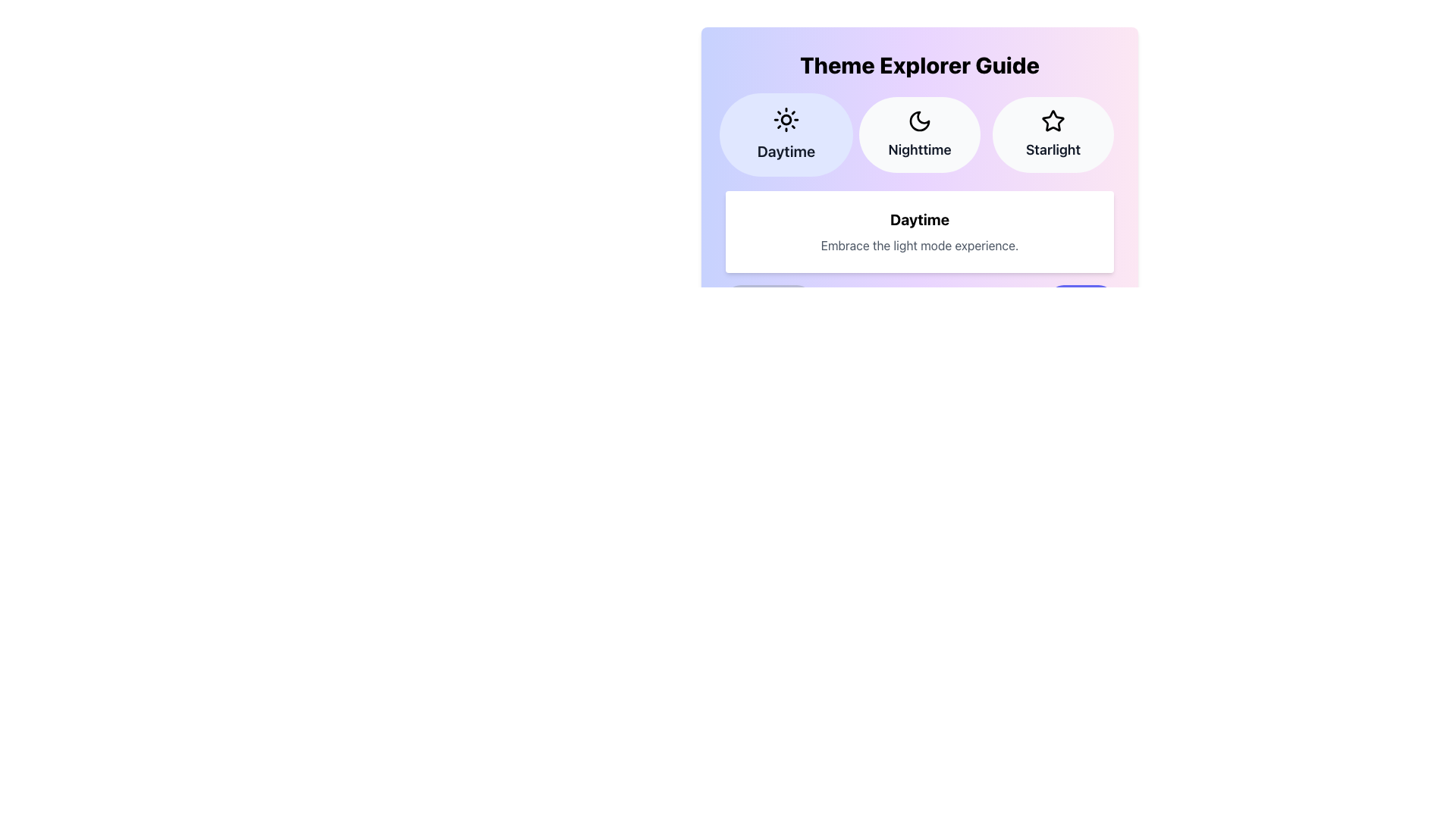 Image resolution: width=1456 pixels, height=819 pixels. What do you see at coordinates (919, 64) in the screenshot?
I see `the centered heading 'Theme Explorer Guide', which is styled with extra-large, bold text and positioned at the top of the panel with a gradient background` at bounding box center [919, 64].